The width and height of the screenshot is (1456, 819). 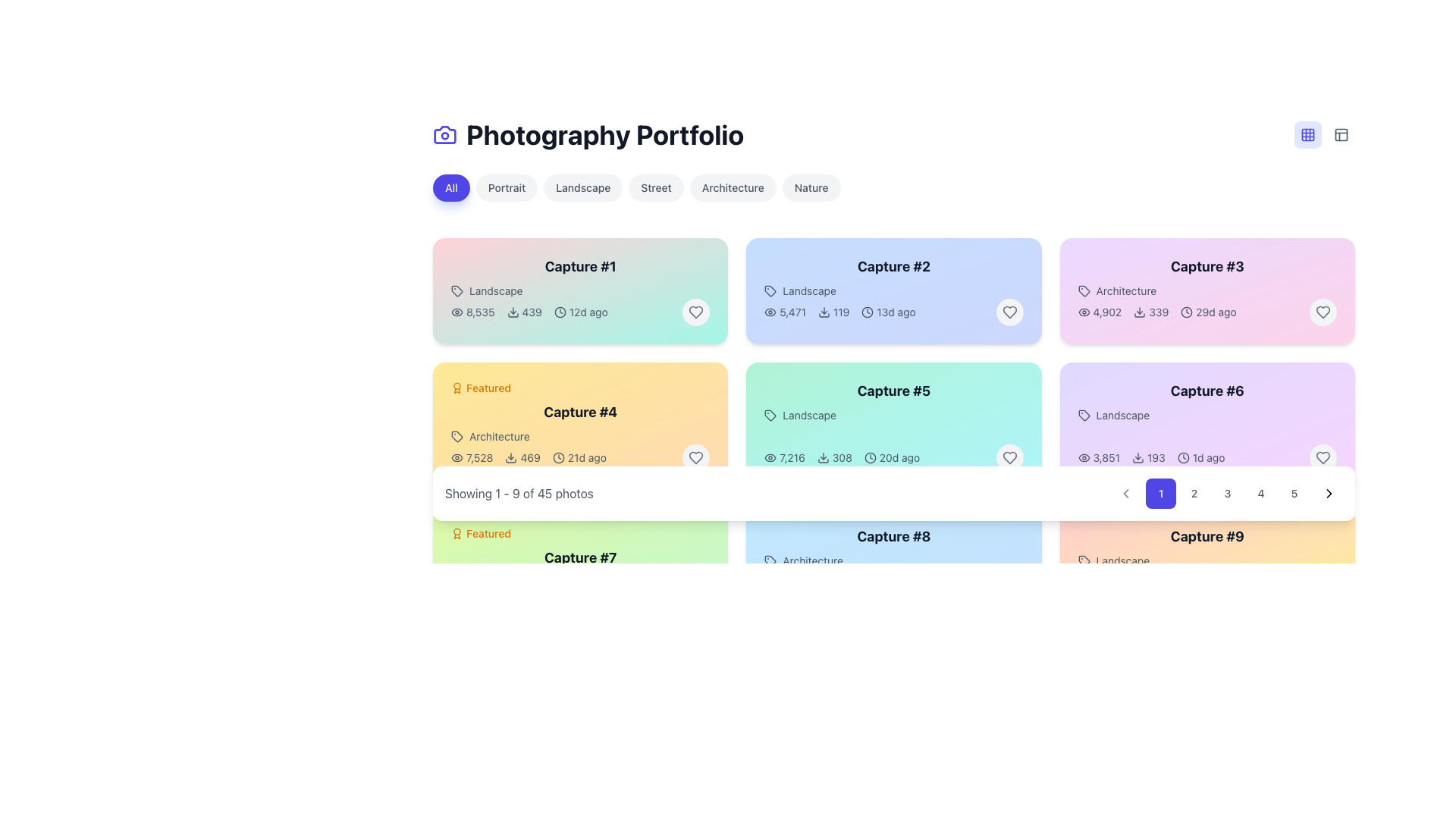 I want to click on the Information card representing a 'Landscape' project located in the third row and second column of the portfolio grid to observe interactivity, so click(x=894, y=400).